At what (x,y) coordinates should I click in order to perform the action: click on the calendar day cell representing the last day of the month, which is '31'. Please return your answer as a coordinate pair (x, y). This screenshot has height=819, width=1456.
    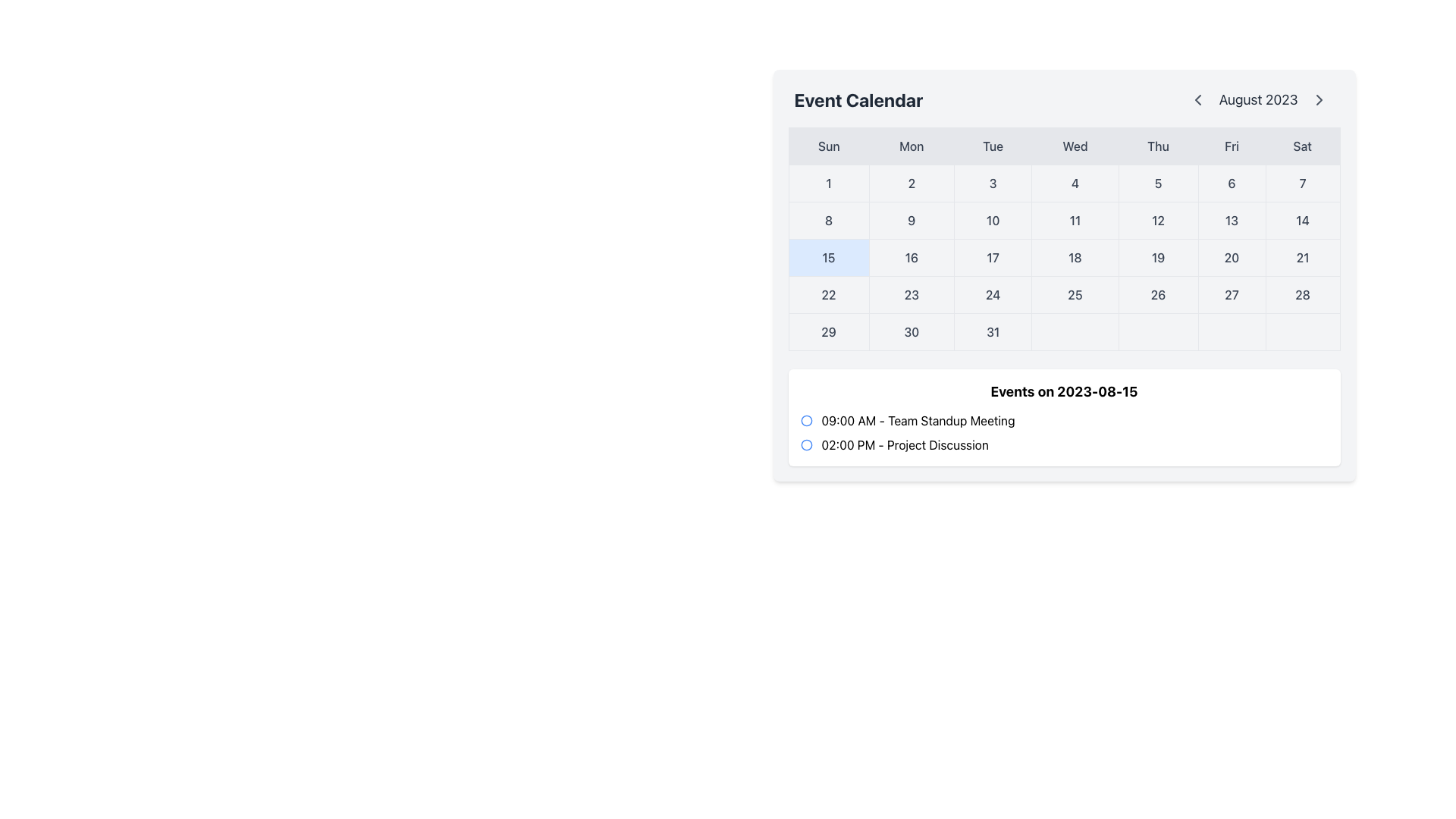
    Looking at the image, I should click on (1063, 331).